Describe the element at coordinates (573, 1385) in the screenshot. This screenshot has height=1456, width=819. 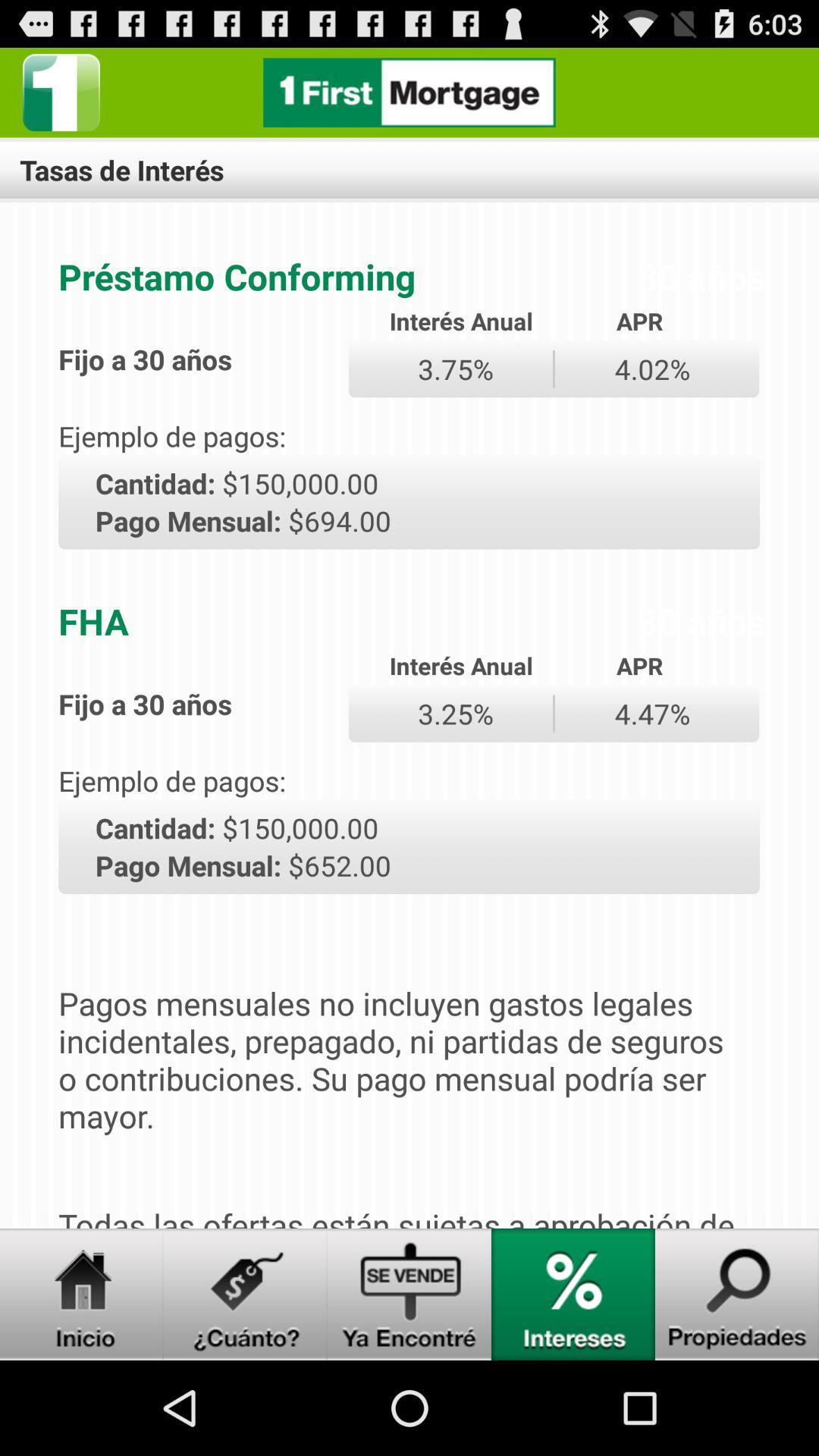
I see `the location icon` at that location.